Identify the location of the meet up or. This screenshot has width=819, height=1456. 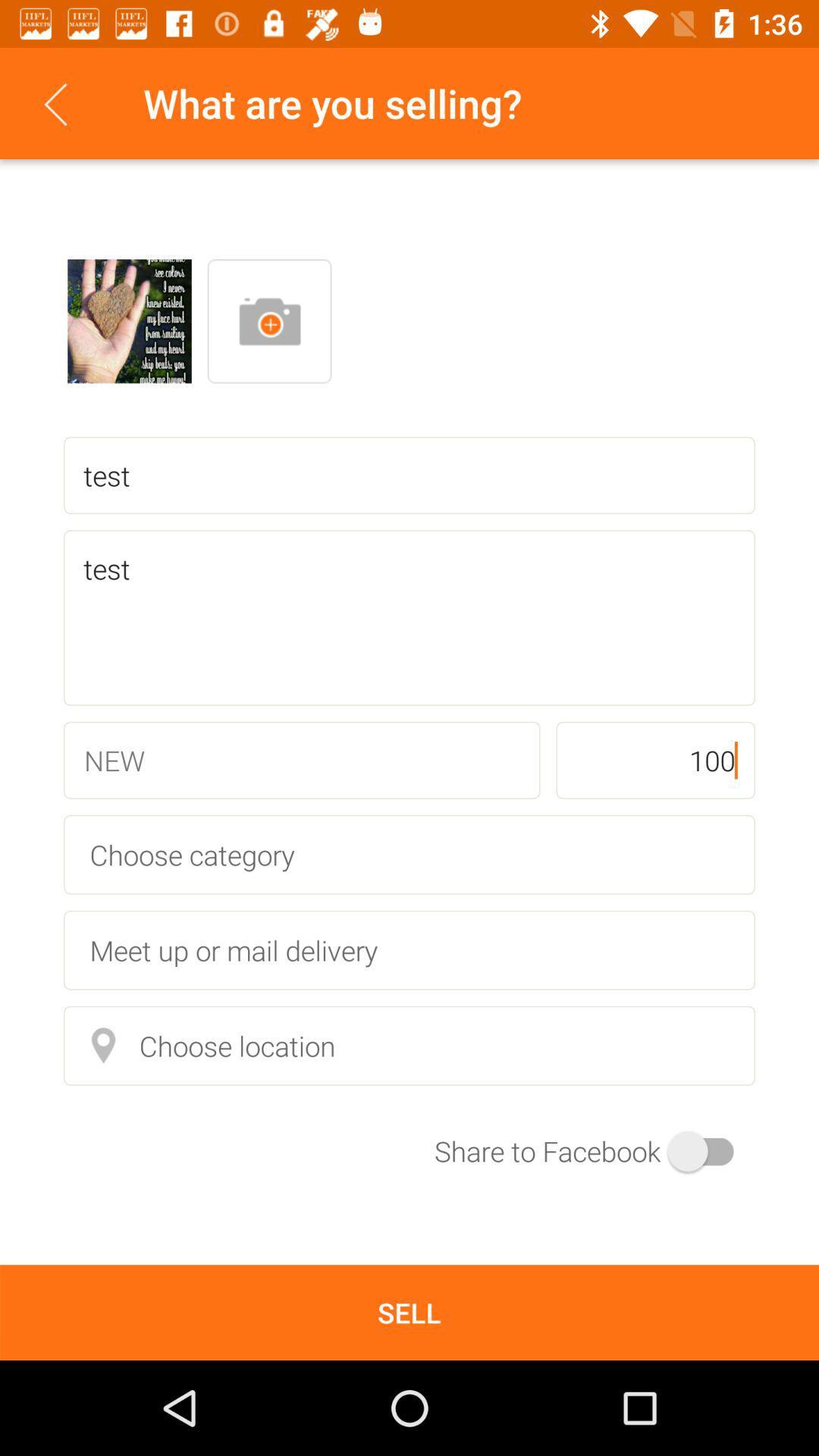
(409, 949).